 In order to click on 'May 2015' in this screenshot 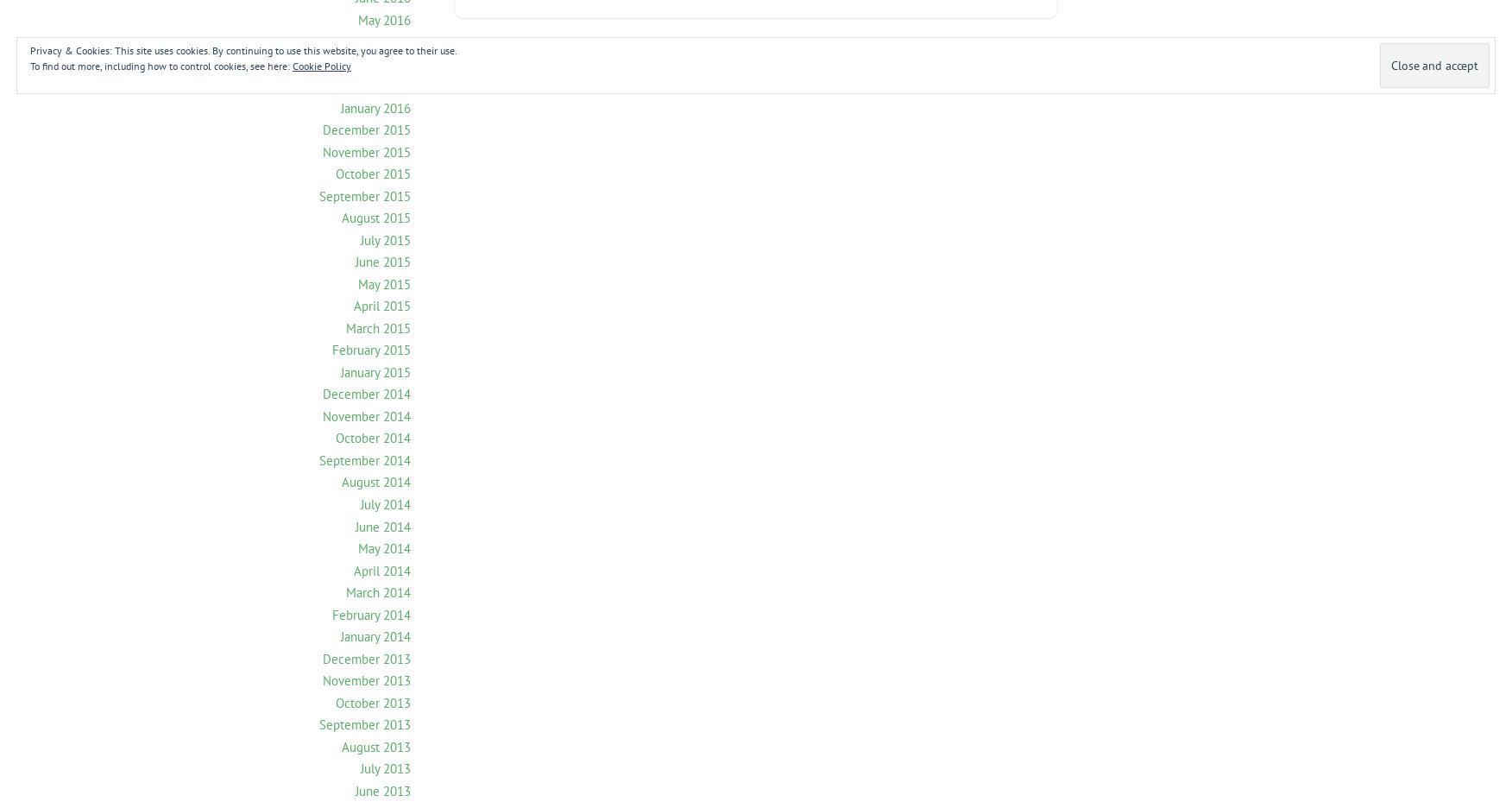, I will do `click(384, 282)`.